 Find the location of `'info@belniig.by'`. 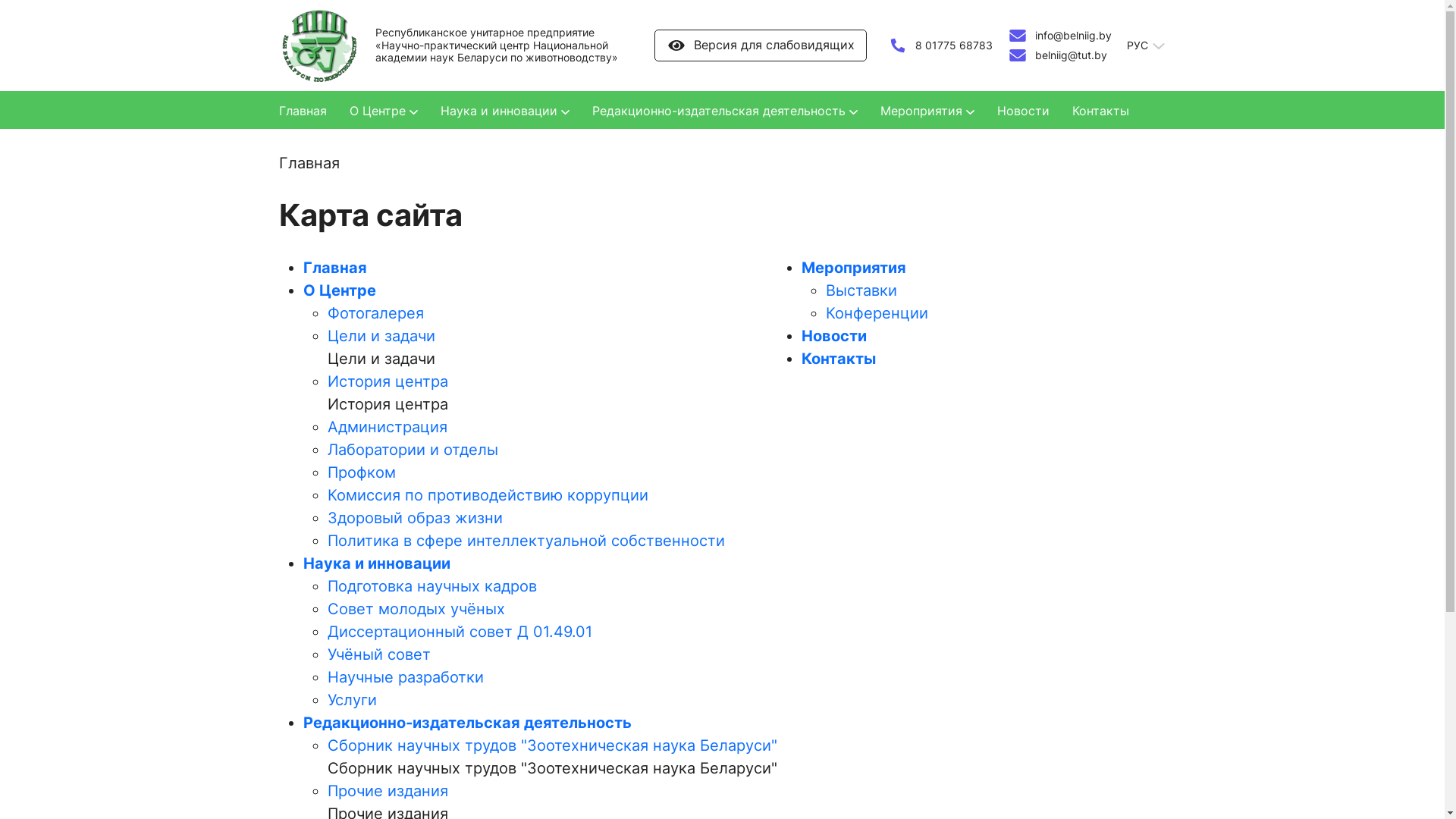

'info@belniig.by' is located at coordinates (1058, 34).